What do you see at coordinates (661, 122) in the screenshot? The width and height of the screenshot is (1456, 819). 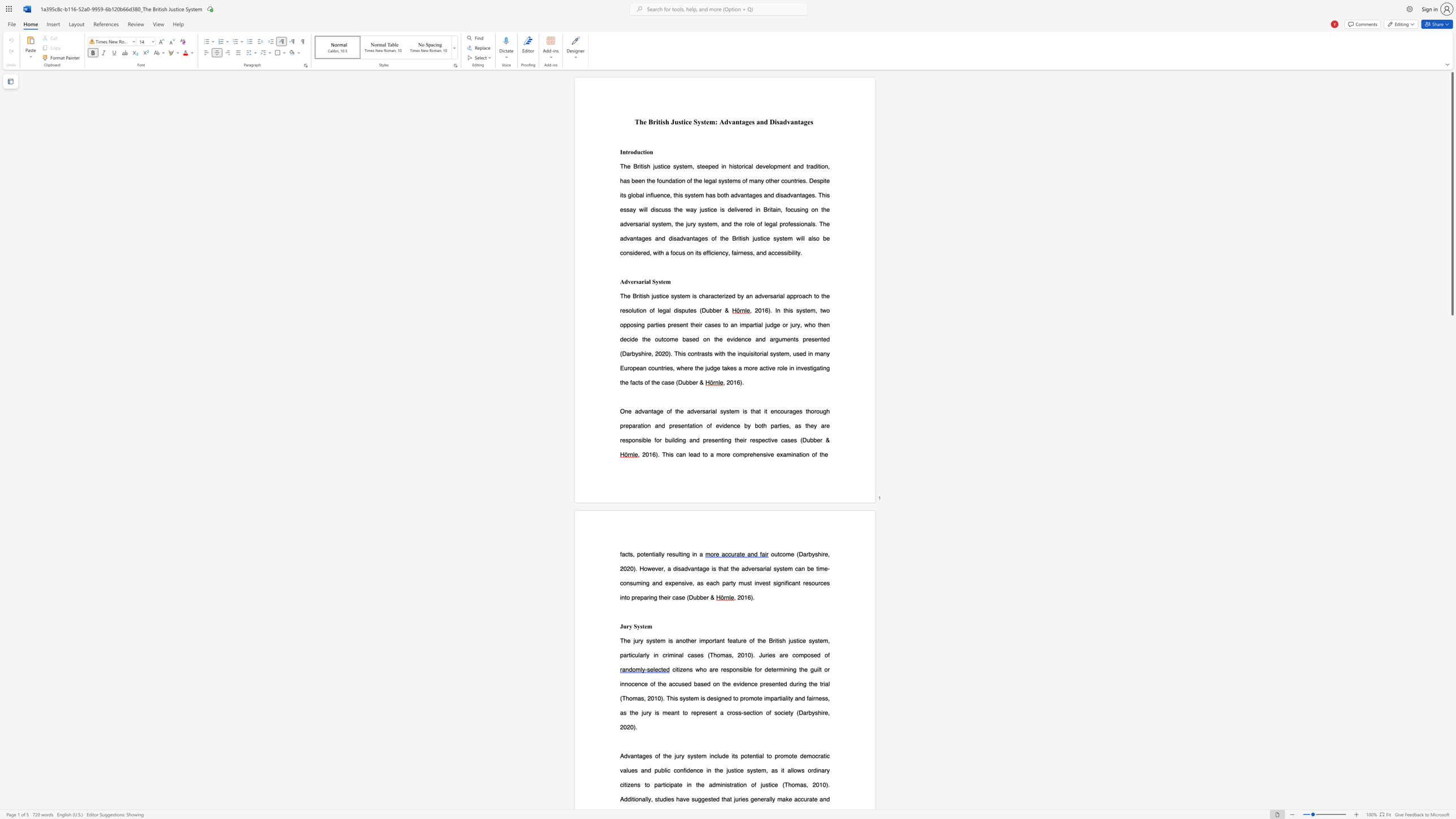 I see `the 2th character "i" in the text` at bounding box center [661, 122].